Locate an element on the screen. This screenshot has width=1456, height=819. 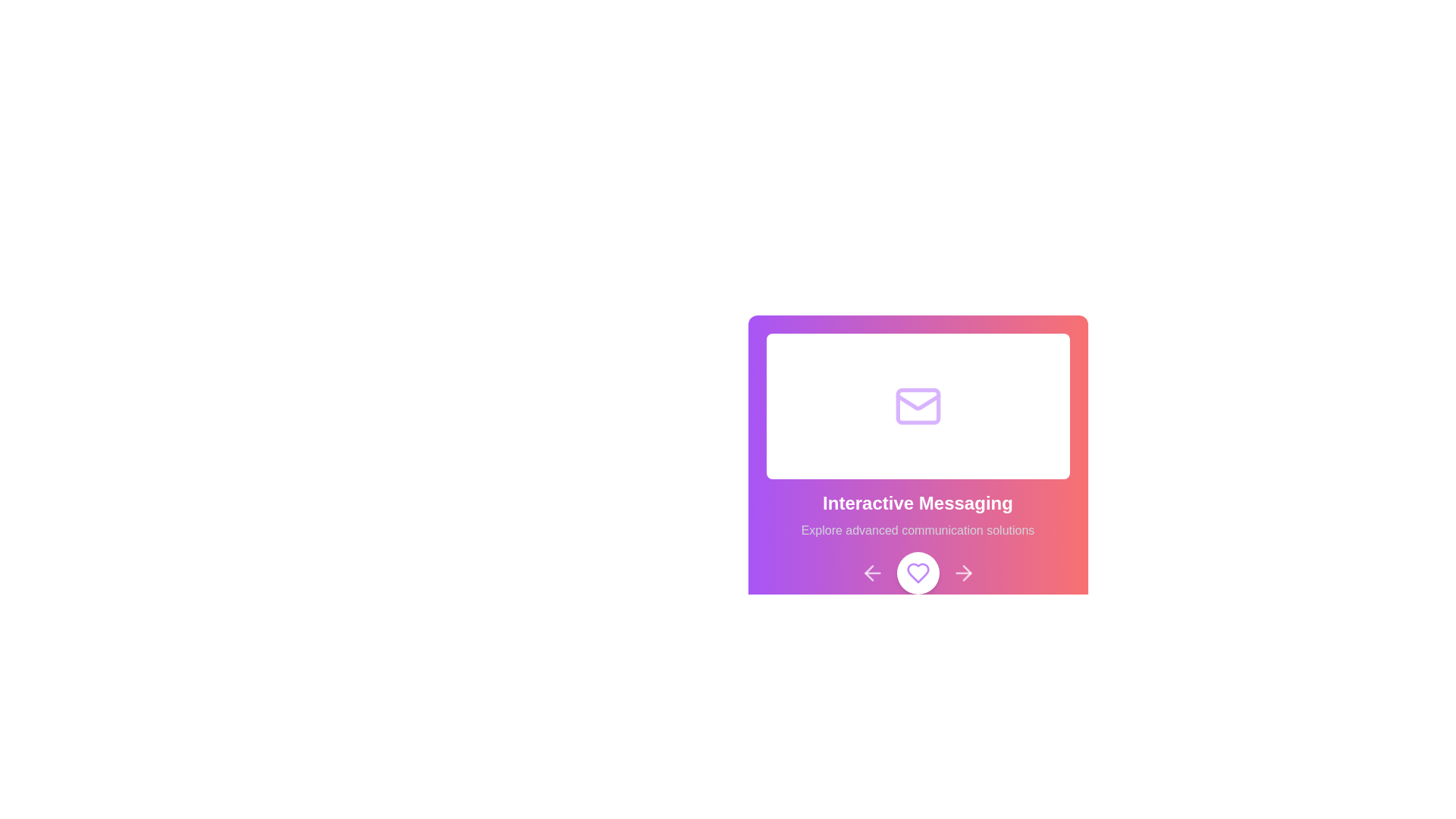
the messaging icon located at the center of the 'Interactive Messaging' card positioned at the bottom center of the interface is located at coordinates (917, 406).